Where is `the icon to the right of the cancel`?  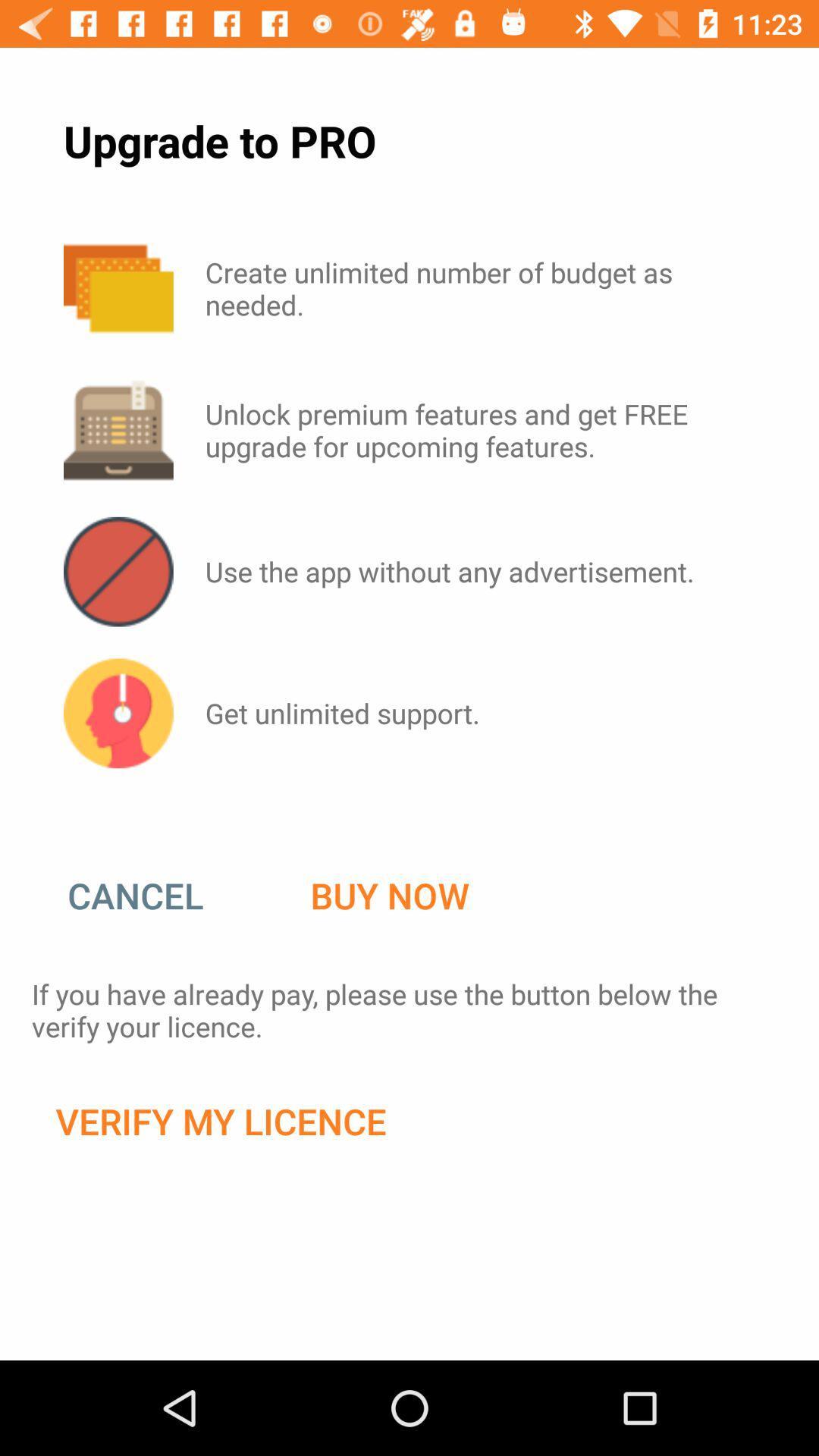 the icon to the right of the cancel is located at coordinates (389, 896).